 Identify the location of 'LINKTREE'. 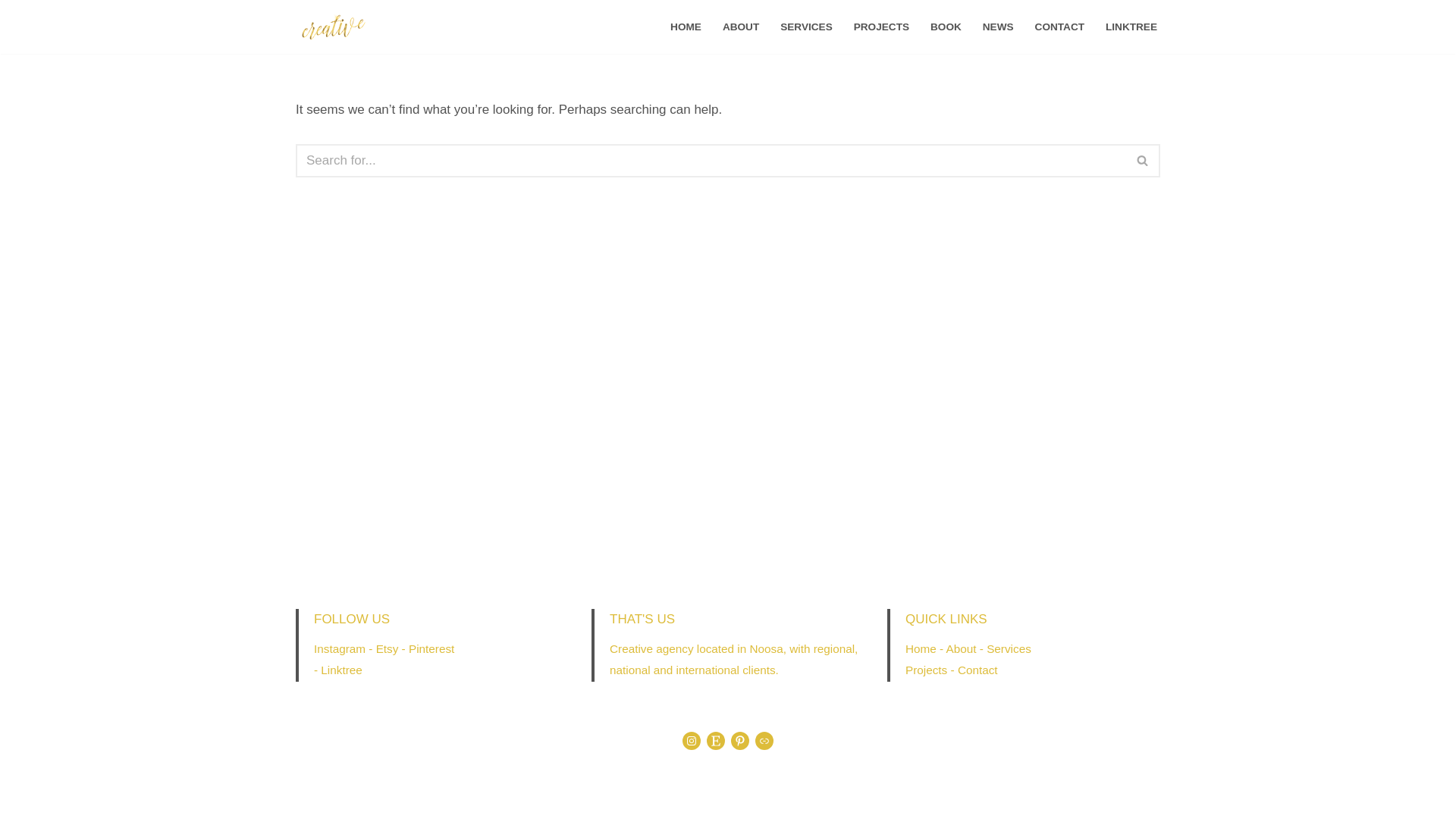
(1131, 27).